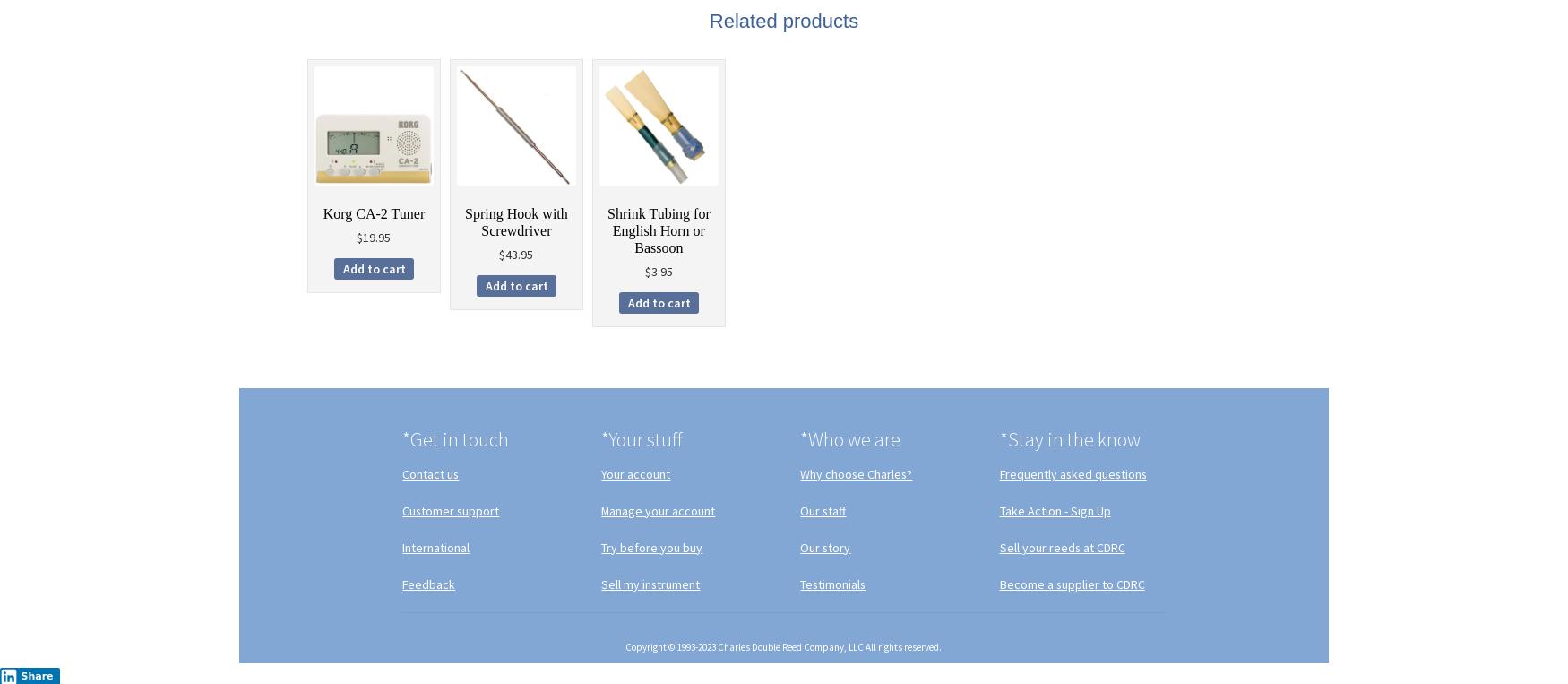 This screenshot has width=1568, height=684. Describe the element at coordinates (651, 547) in the screenshot. I see `'Try before you buy'` at that location.